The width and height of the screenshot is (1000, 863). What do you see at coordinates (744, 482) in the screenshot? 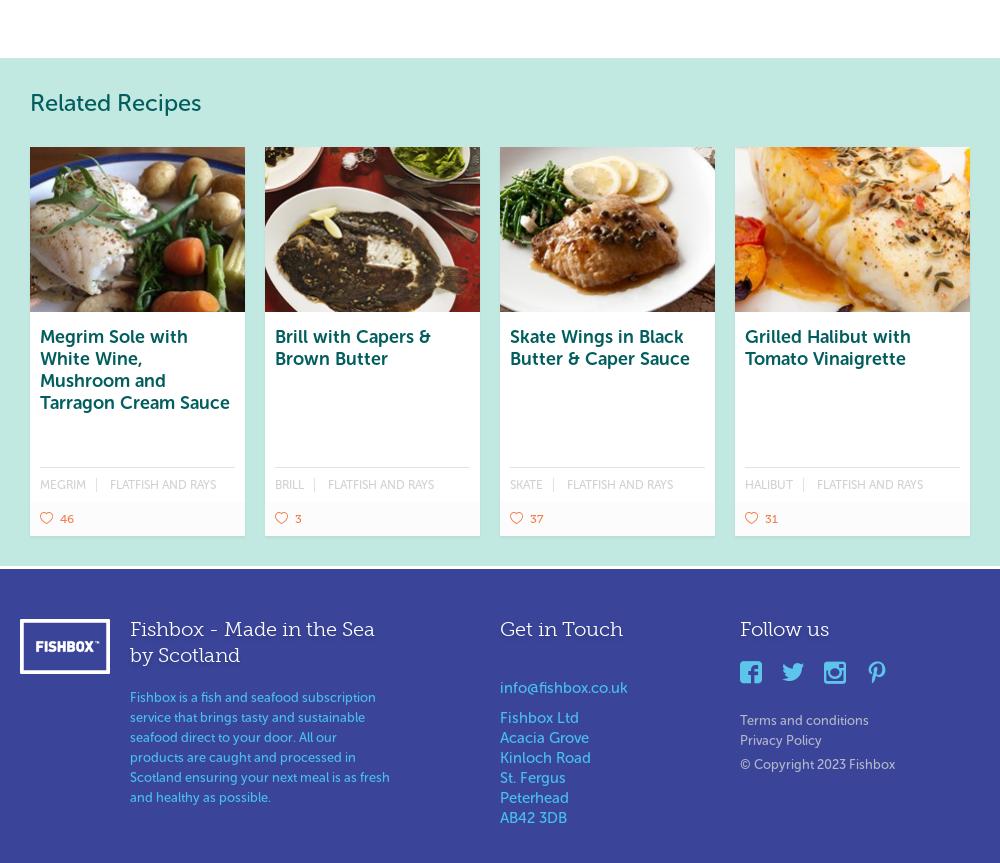
I see `'Halibut'` at bounding box center [744, 482].